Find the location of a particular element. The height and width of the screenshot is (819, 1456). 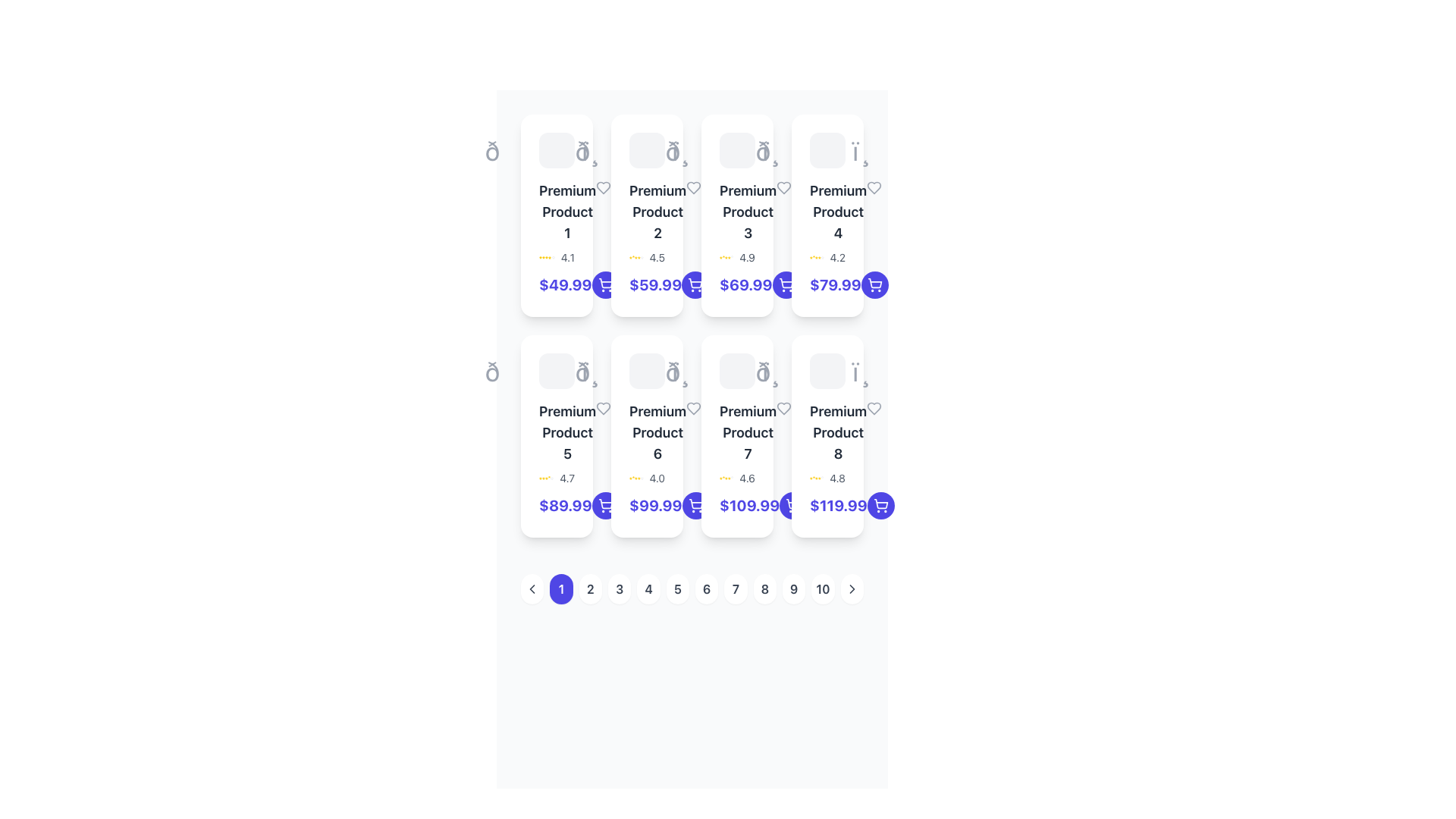

the fifth star icon in the 5-star rating system for the 'Premium Product 6', which is currently in an inactive (gray) state is located at coordinates (642, 479).